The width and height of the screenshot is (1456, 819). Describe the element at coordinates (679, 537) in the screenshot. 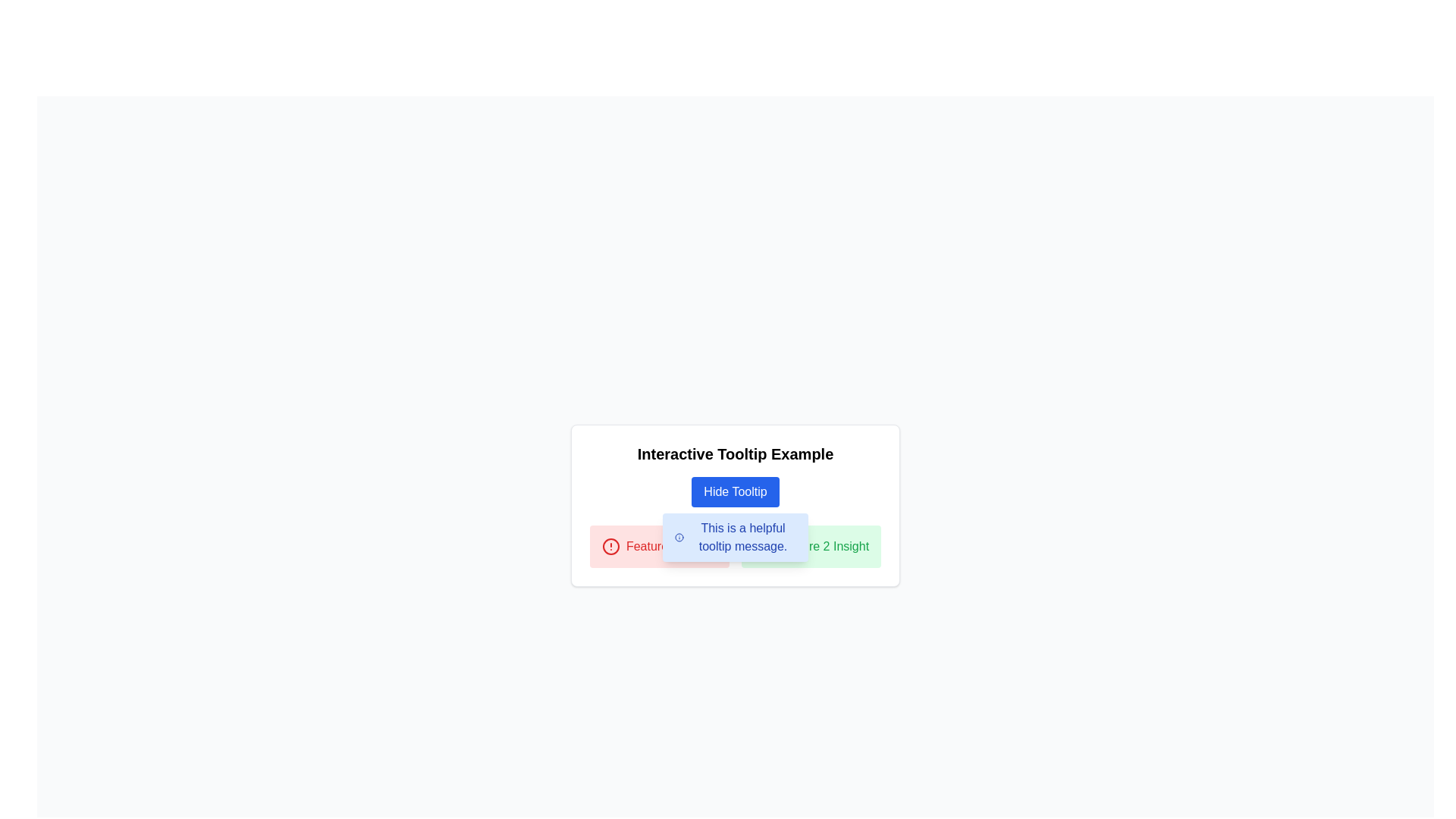

I see `the circular information icon with a bold outline and an exclamation-like stroke inside` at that location.